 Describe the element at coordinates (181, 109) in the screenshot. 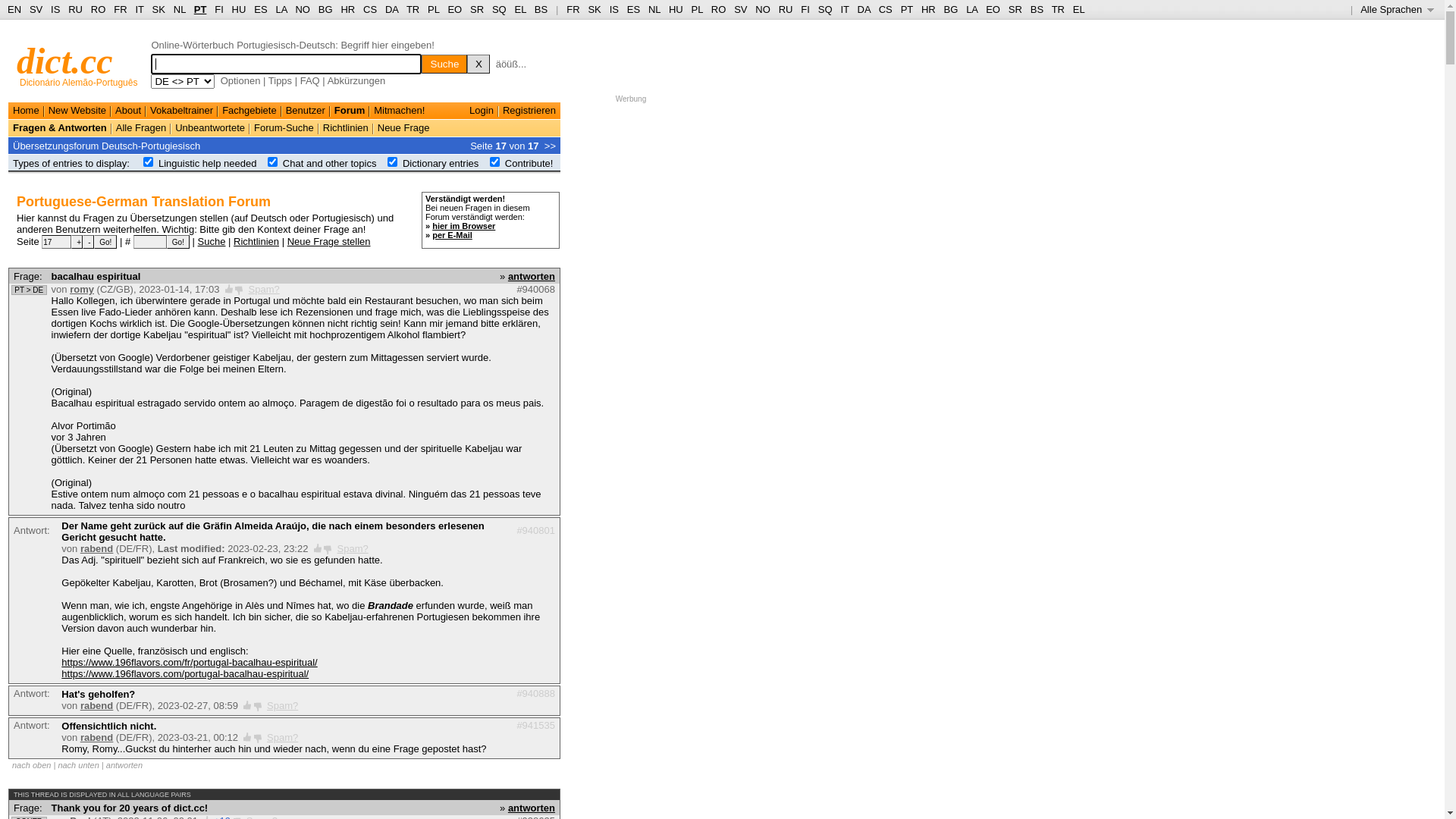

I see `'Vokabeltrainer'` at that location.